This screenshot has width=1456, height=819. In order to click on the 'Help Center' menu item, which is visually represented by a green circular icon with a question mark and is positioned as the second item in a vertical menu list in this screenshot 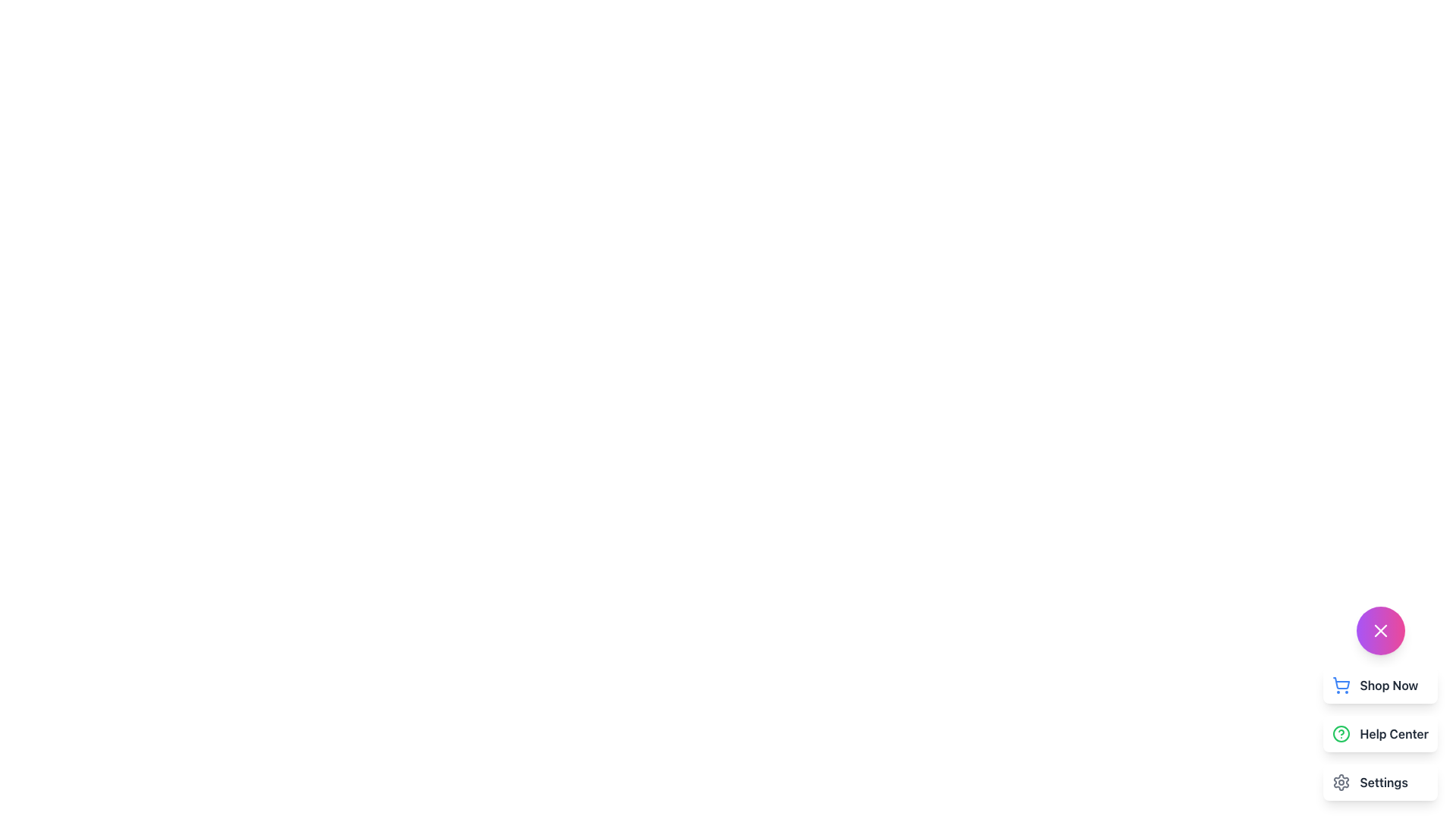, I will do `click(1380, 733)`.